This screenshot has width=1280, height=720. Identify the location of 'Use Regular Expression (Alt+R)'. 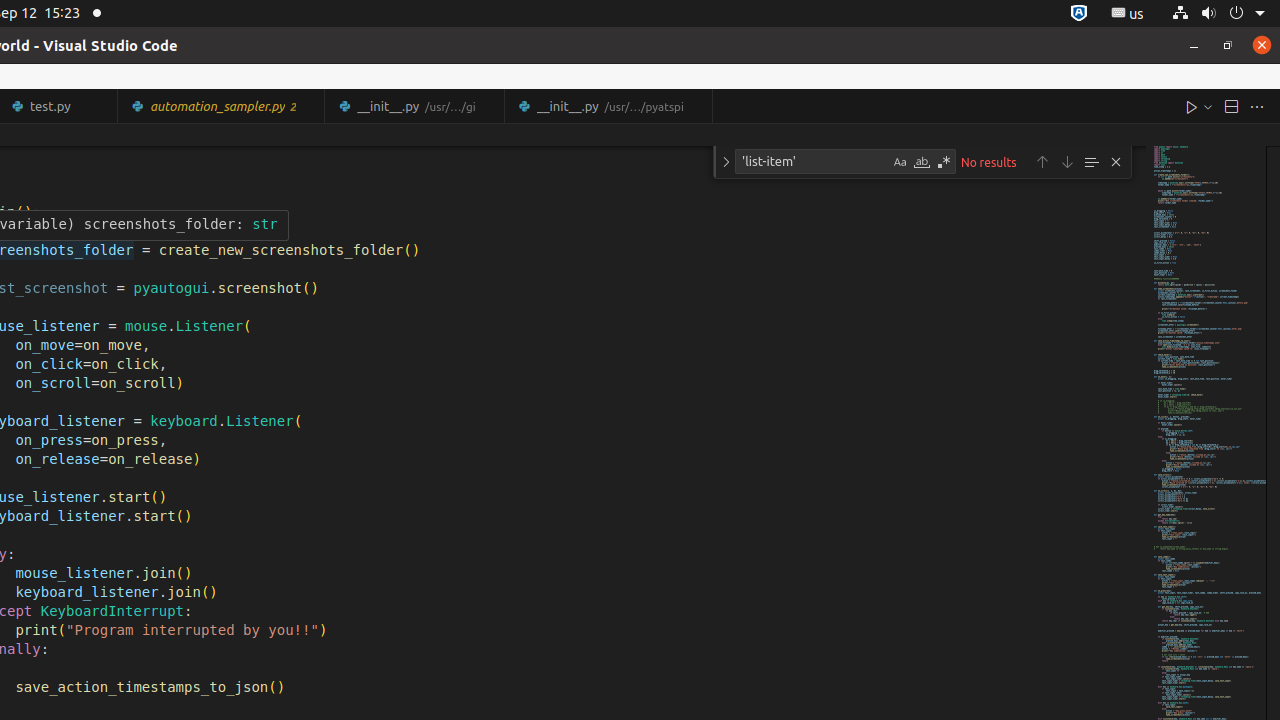
(943, 161).